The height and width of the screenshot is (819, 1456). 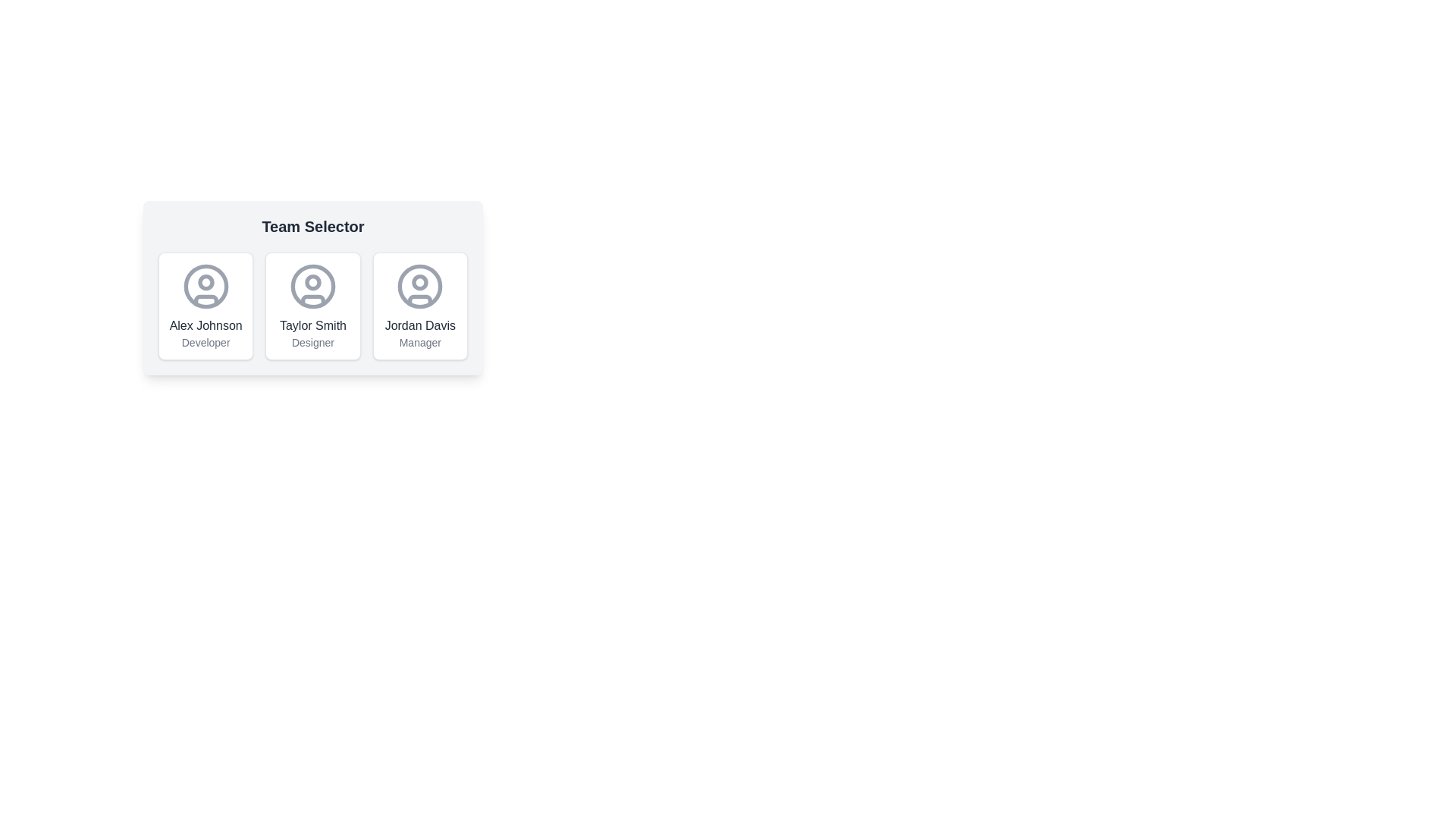 I want to click on the bottom-most segment of the user profile icon for 'Taylor Smith, Designer', so click(x=312, y=300).